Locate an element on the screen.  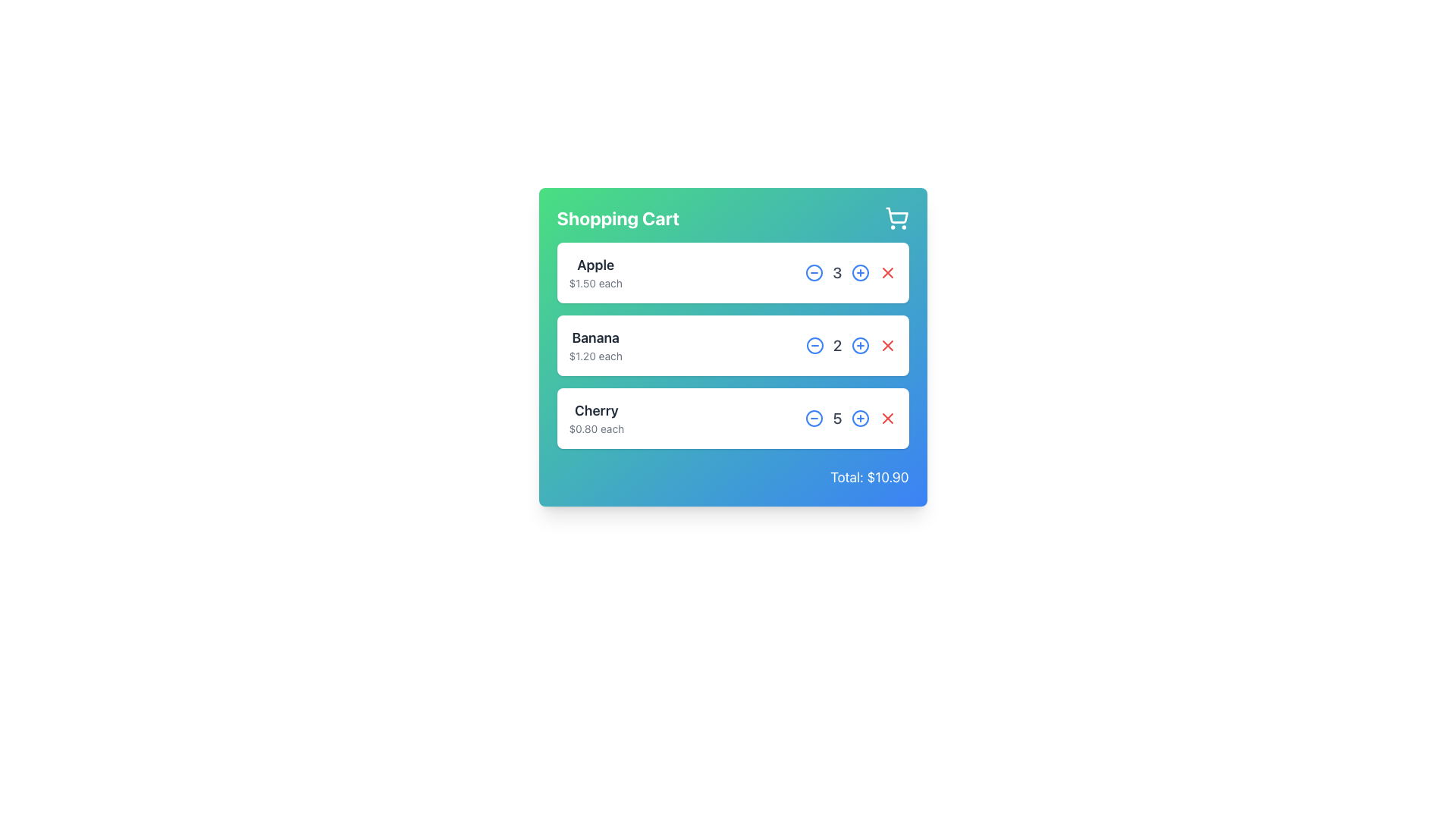
the increment button for the item 'Cherry' is located at coordinates (860, 418).